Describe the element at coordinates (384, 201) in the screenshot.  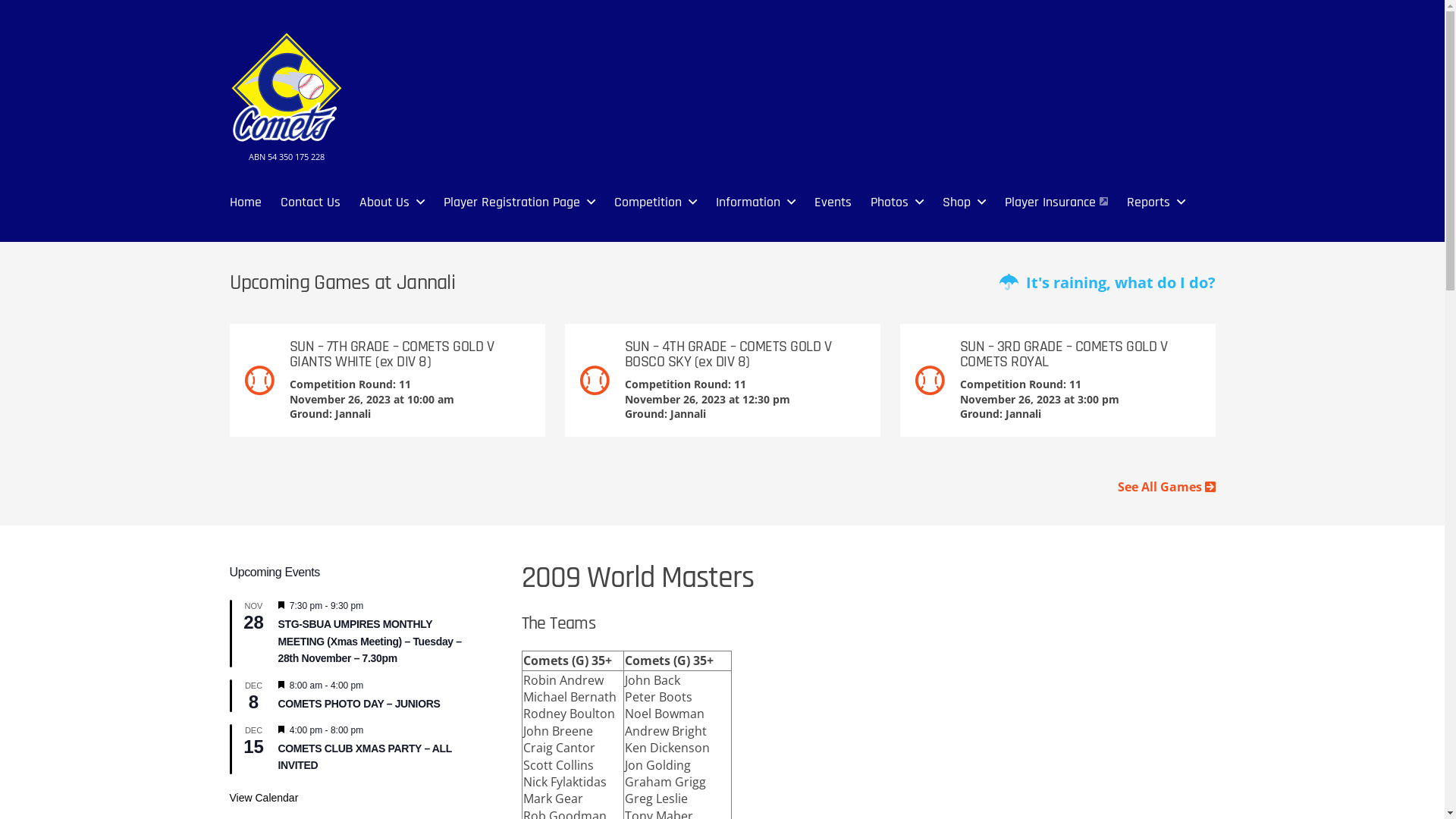
I see `'About Us'` at that location.